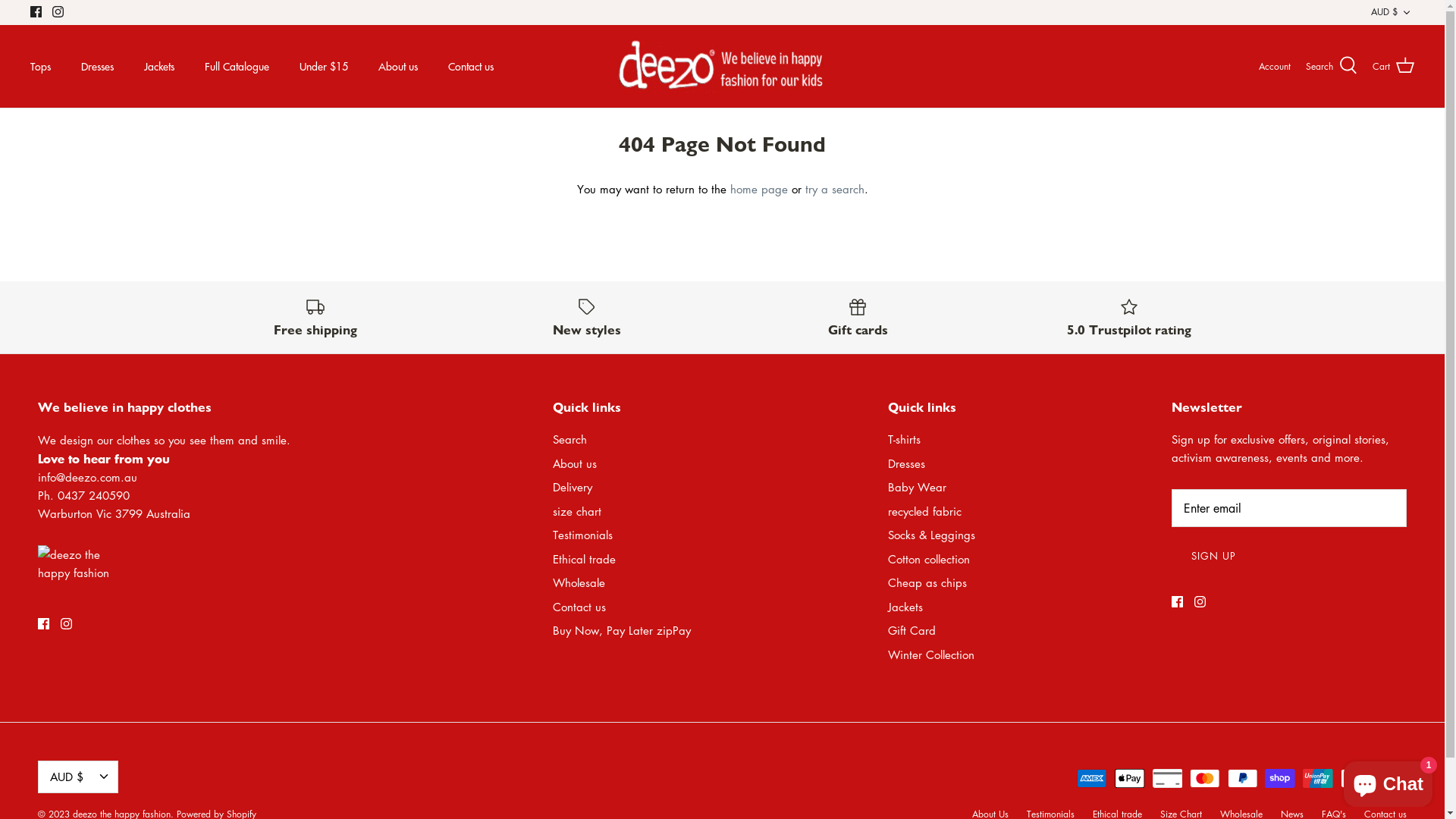 Image resolution: width=1456 pixels, height=819 pixels. I want to click on 'home page', so click(758, 188).